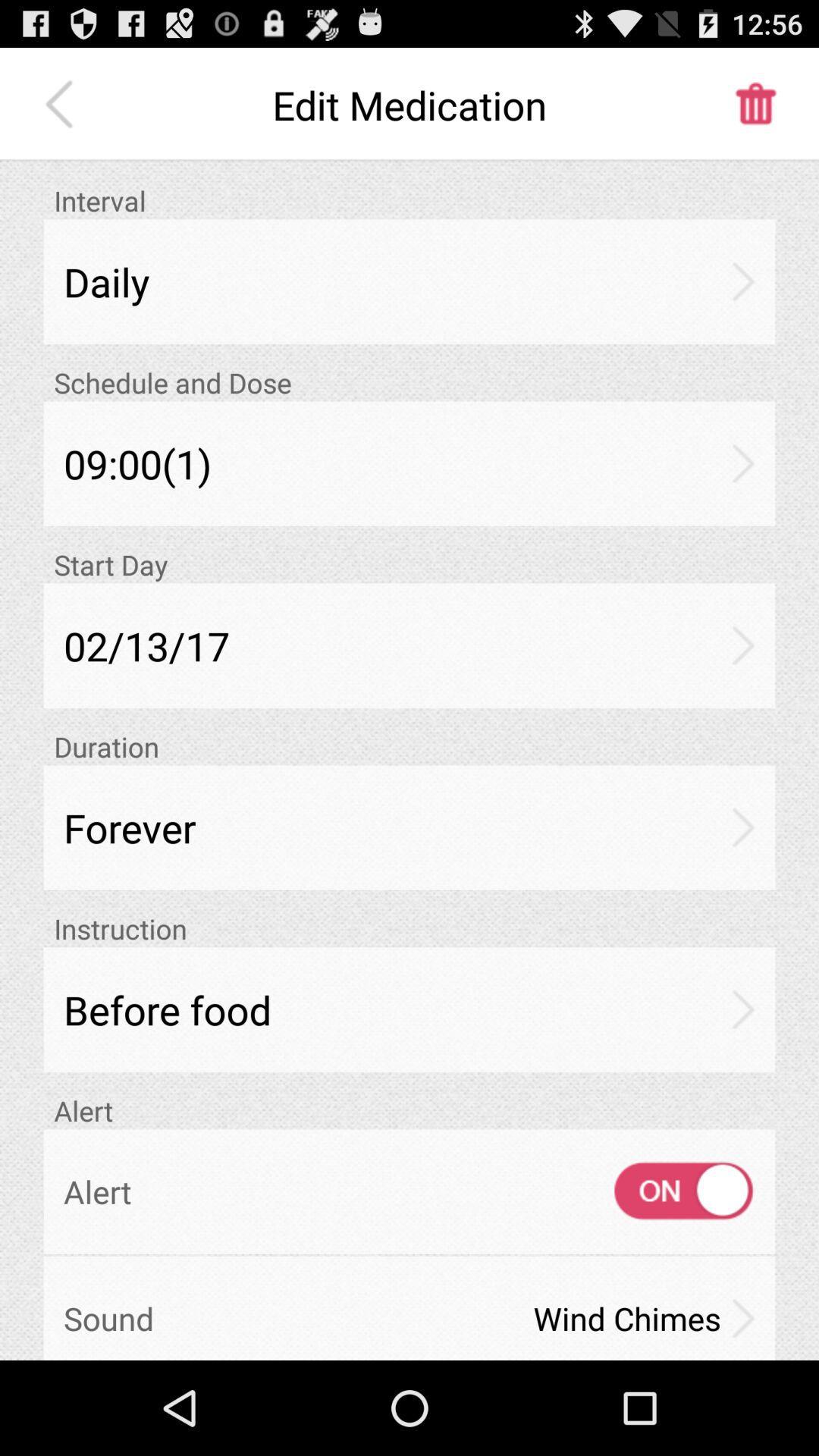 The width and height of the screenshot is (819, 1456). What do you see at coordinates (409, 827) in the screenshot?
I see `forever` at bounding box center [409, 827].